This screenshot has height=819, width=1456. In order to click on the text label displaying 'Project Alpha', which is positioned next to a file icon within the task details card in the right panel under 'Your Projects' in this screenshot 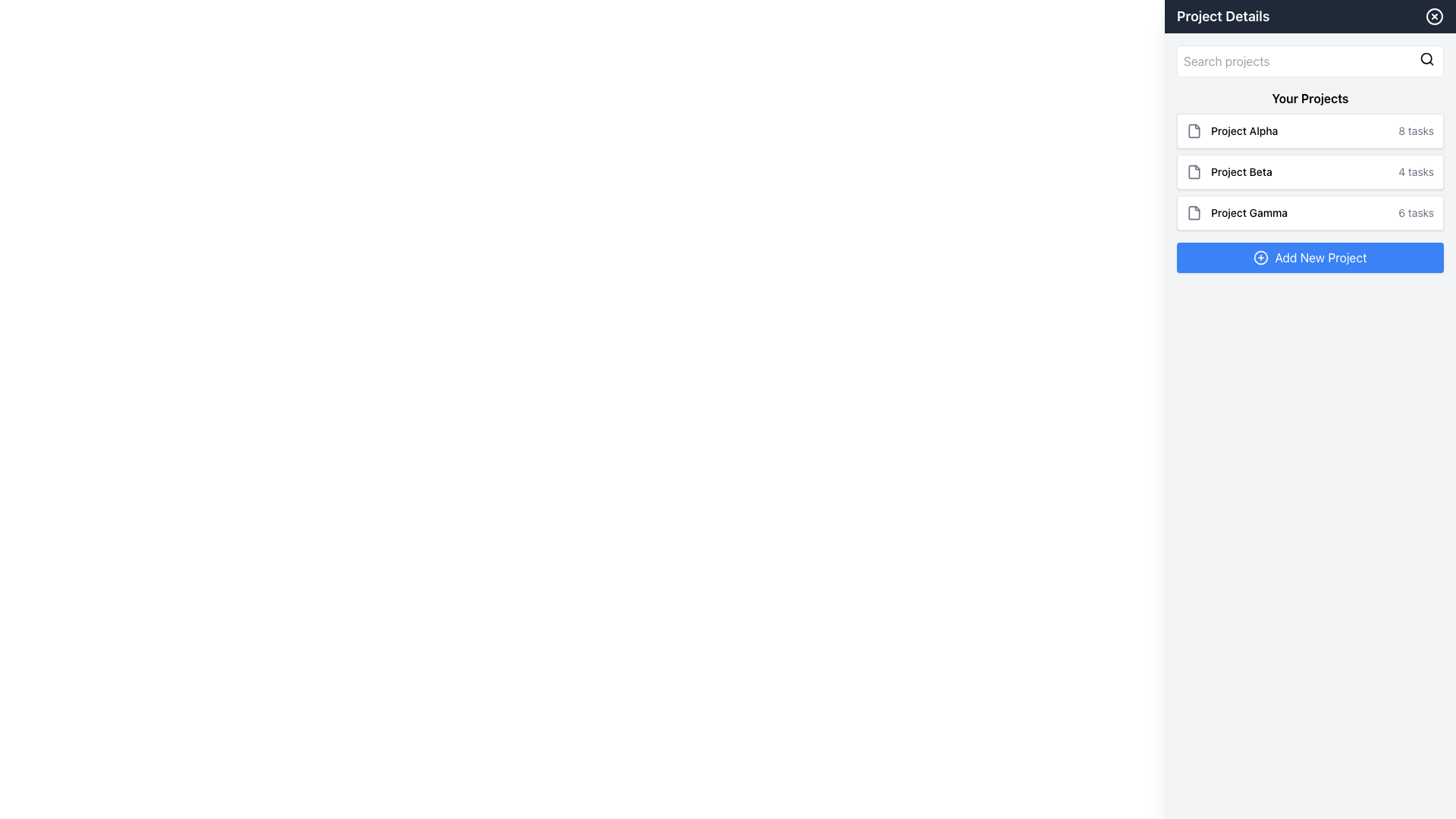, I will do `click(1232, 130)`.